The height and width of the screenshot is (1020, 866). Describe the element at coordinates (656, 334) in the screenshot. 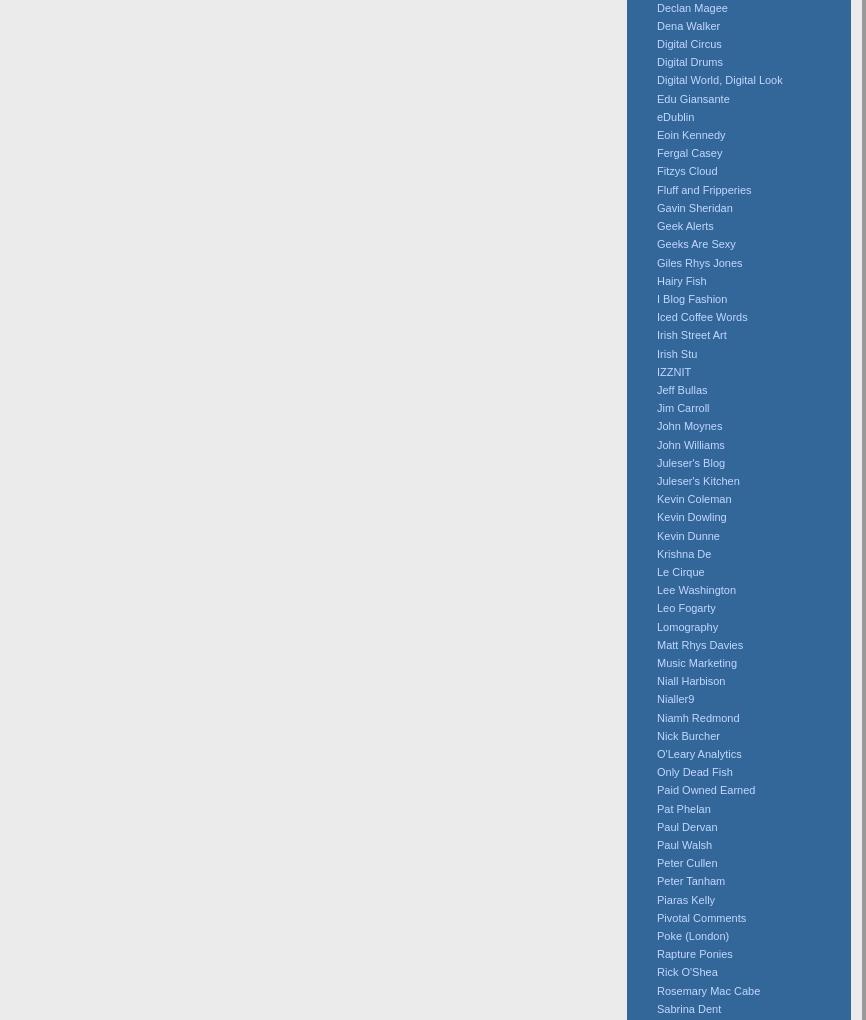

I see `'Irish Street Art'` at that location.